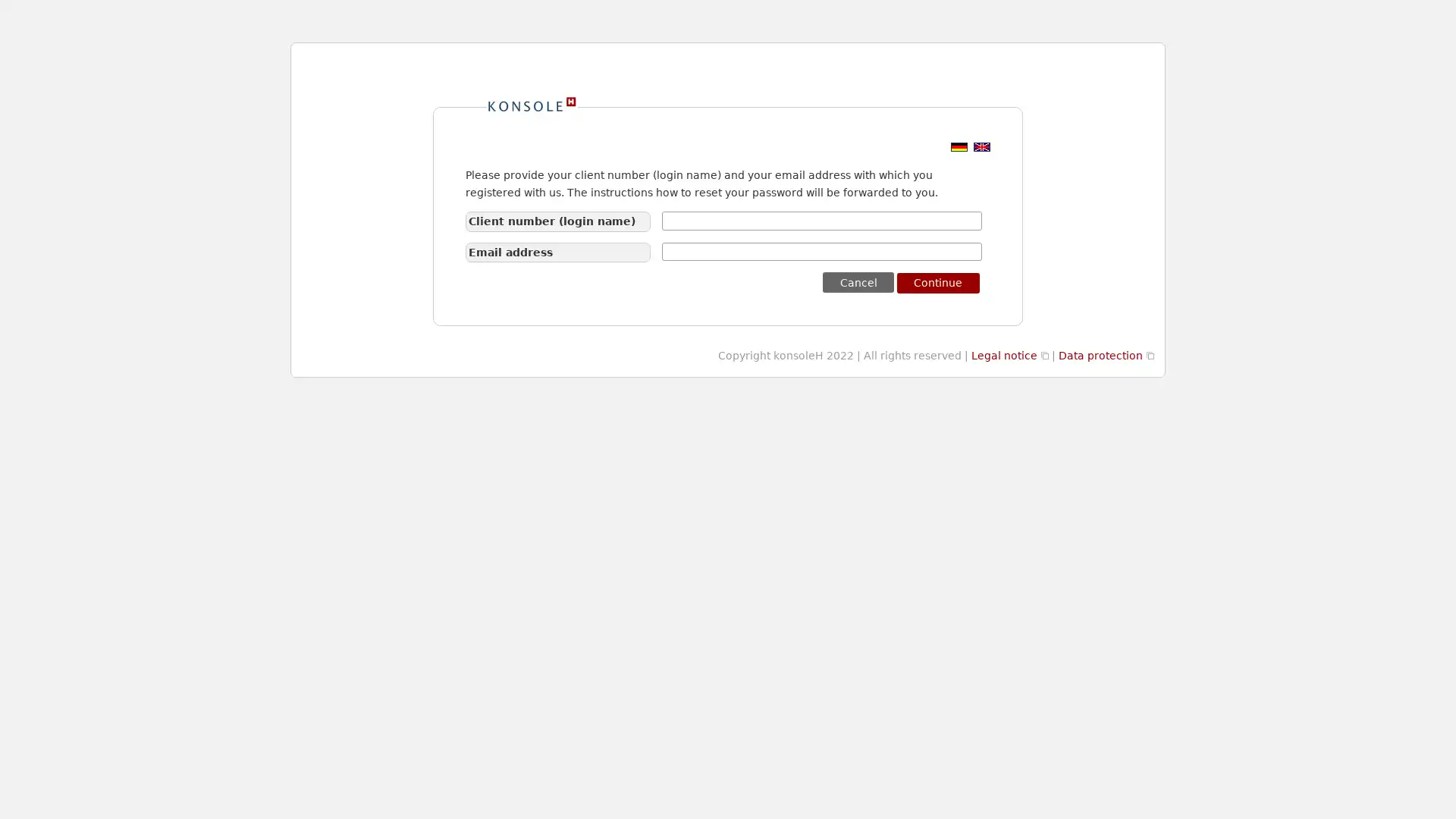 The width and height of the screenshot is (1456, 819). I want to click on Continue, so click(937, 283).